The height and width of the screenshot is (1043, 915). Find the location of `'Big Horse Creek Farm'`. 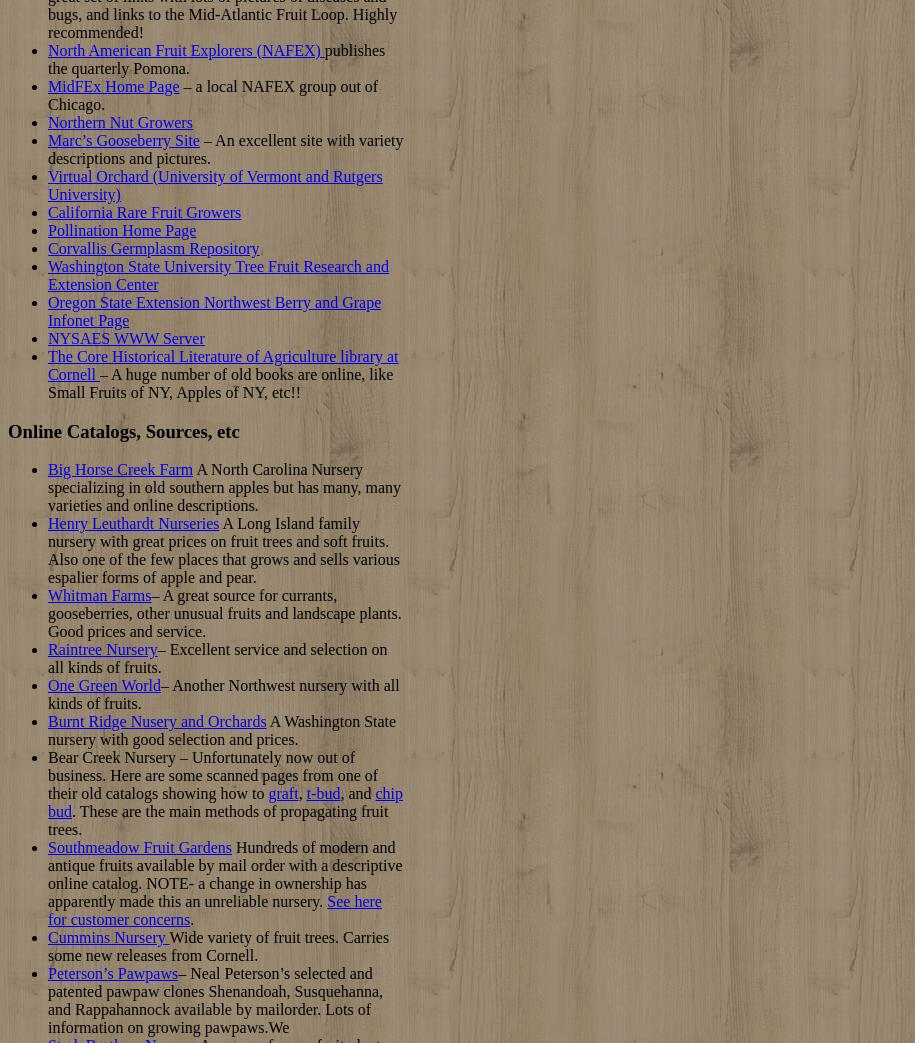

'Big Horse Creek Farm' is located at coordinates (120, 468).